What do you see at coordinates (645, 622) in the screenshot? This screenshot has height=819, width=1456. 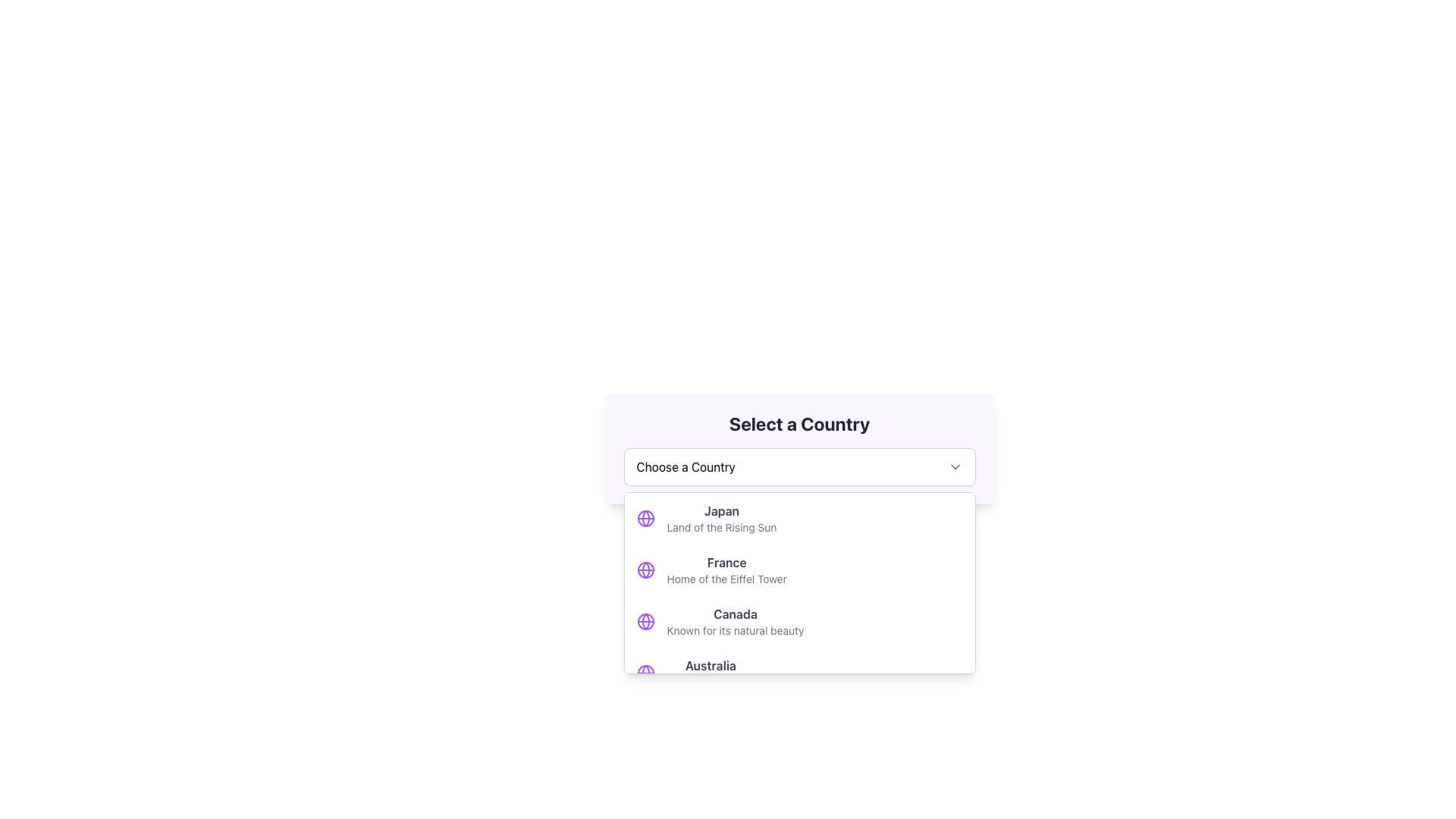 I see `the circular SVG graphic component that is part of the globe icon located to the left of the 'Japan' dropdown item` at bounding box center [645, 622].